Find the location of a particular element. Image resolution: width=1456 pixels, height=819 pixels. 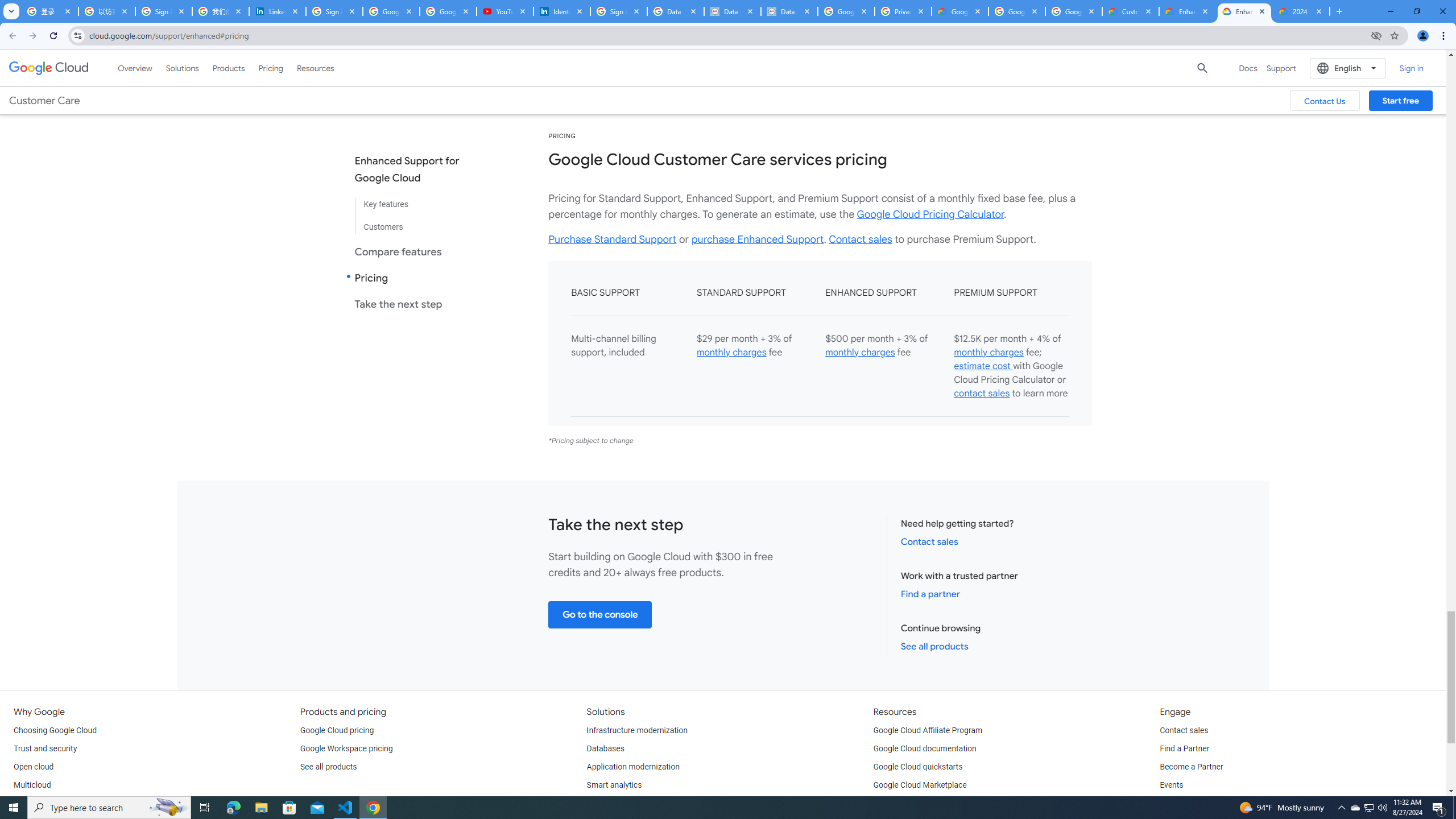

'Data Privacy Framework' is located at coordinates (732, 11).